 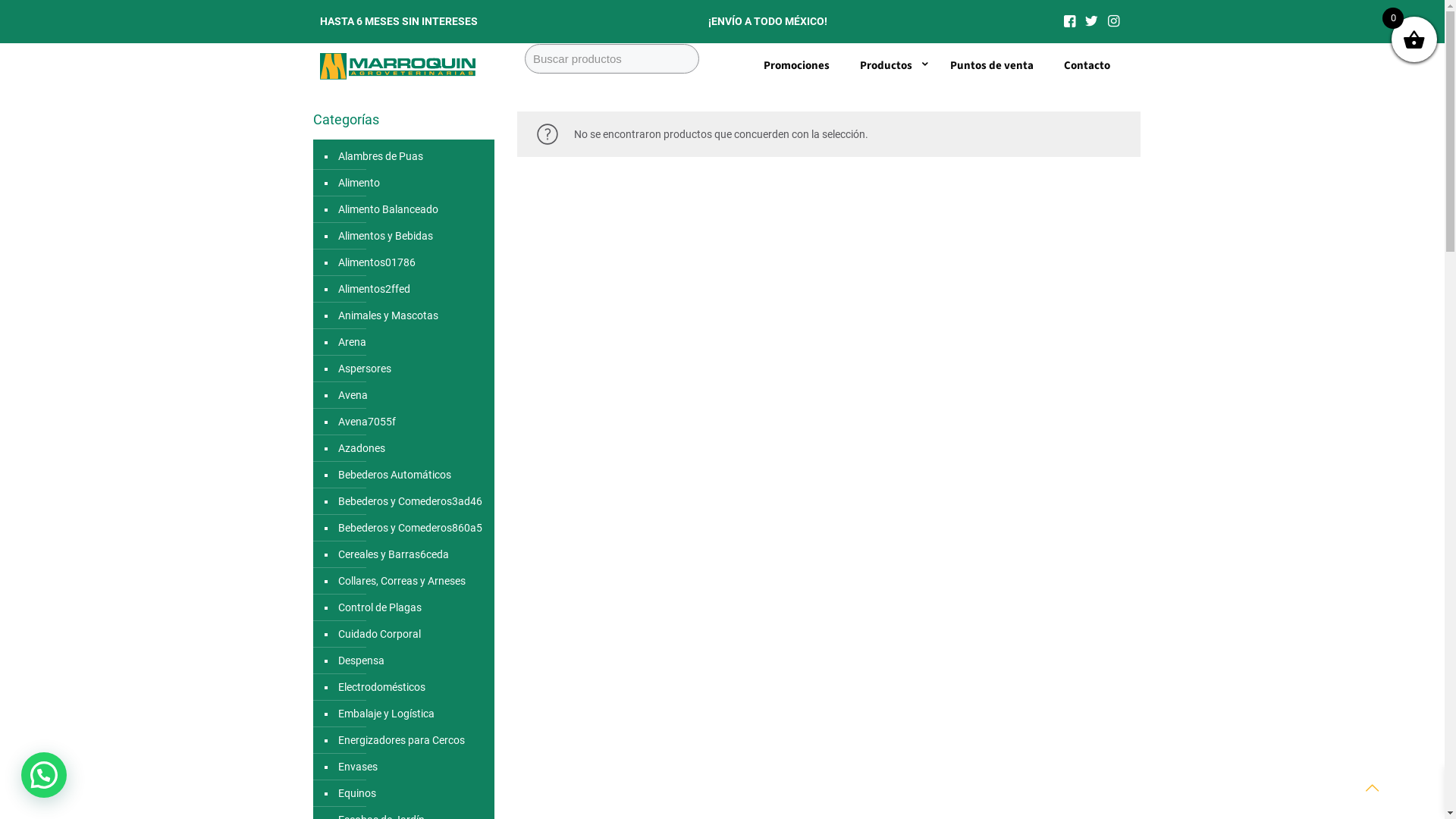 I want to click on 'Collares, Correas y Arneses', so click(x=411, y=580).